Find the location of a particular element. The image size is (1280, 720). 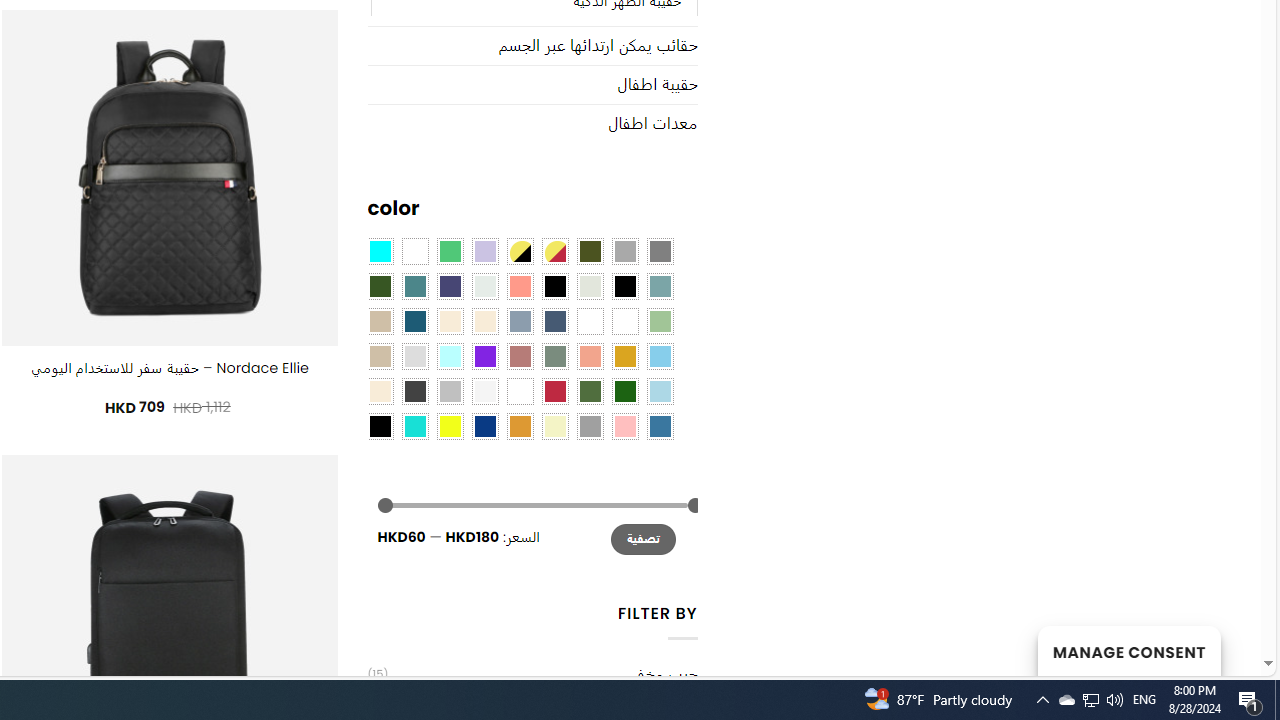

'Black-Brown' is located at coordinates (623, 285).